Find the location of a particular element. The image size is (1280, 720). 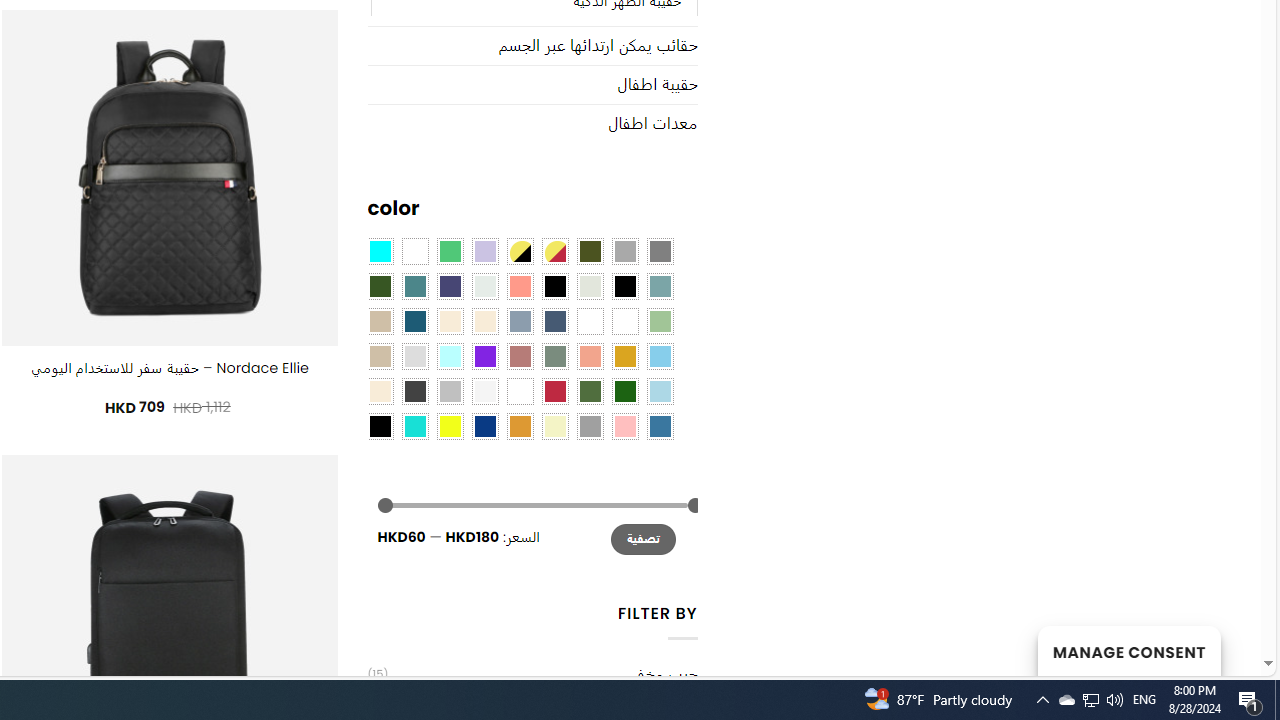

'Black-Brown' is located at coordinates (623, 285).